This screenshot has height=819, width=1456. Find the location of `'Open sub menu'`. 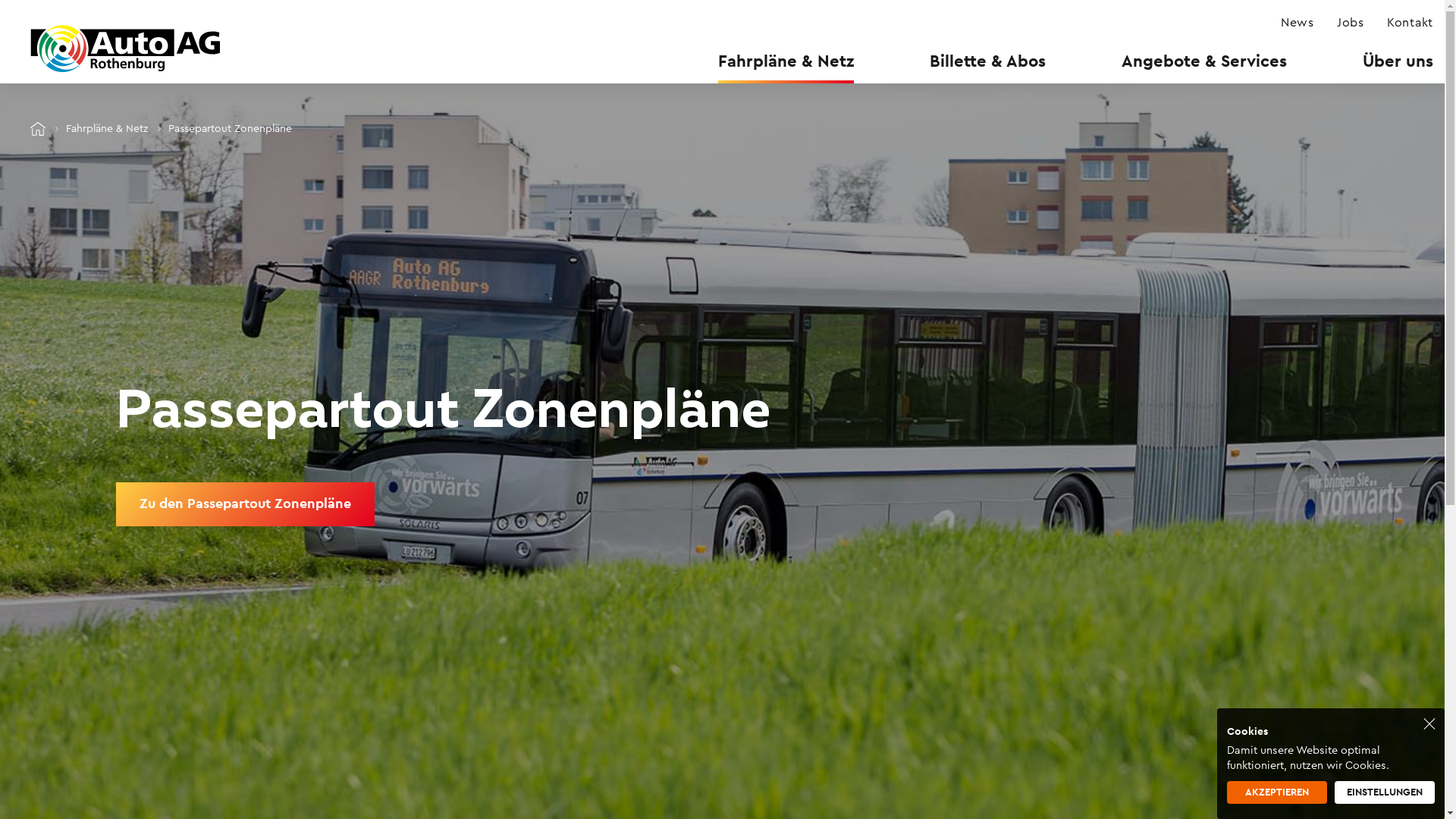

'Open sub menu' is located at coordinates (11, 11).